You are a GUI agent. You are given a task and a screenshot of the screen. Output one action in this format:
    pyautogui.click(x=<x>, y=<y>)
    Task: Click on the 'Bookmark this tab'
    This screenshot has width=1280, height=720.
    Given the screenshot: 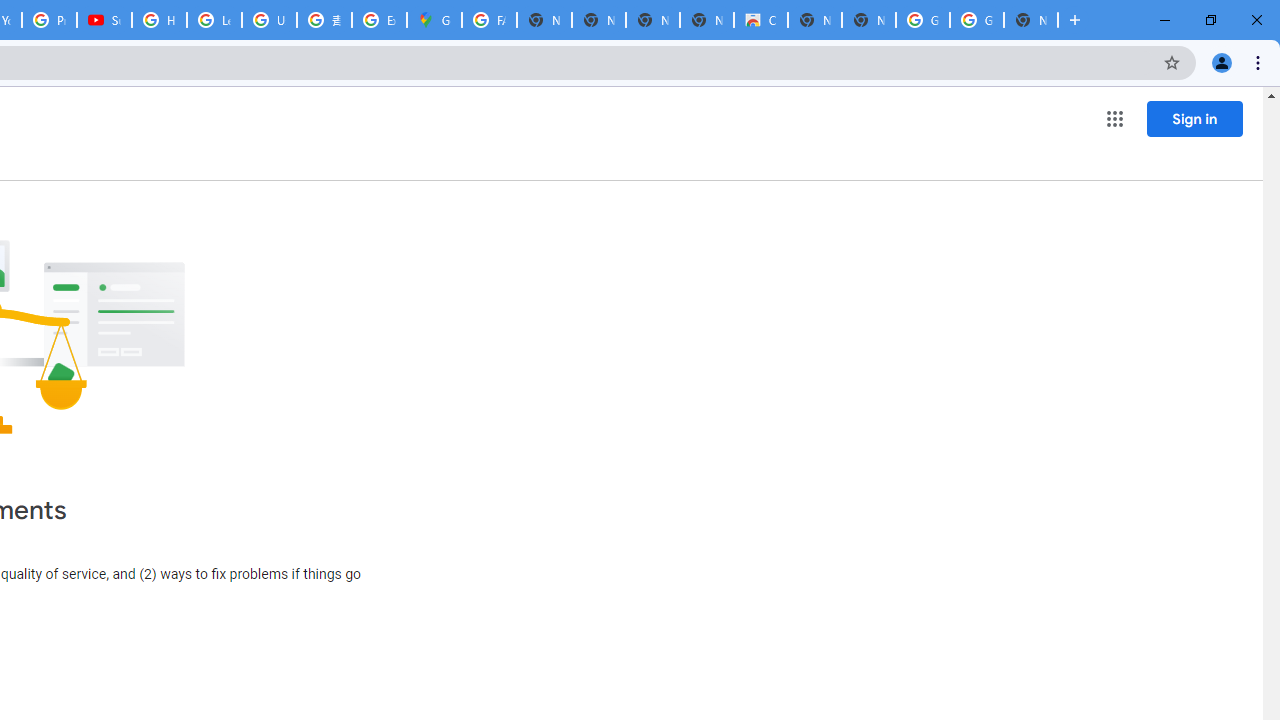 What is the action you would take?
    pyautogui.click(x=1171, y=61)
    